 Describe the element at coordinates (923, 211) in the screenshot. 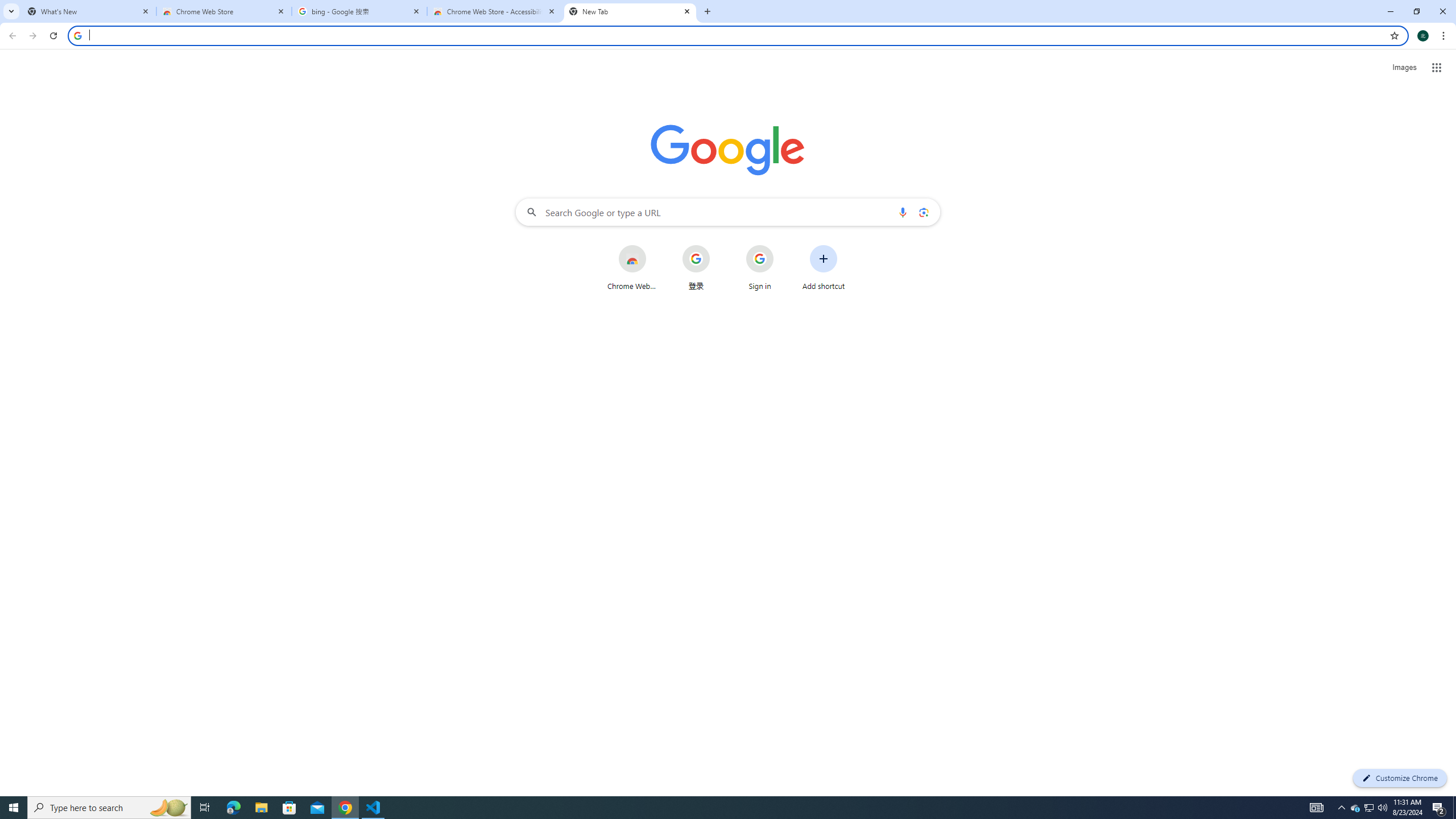

I see `'Search by image'` at that location.